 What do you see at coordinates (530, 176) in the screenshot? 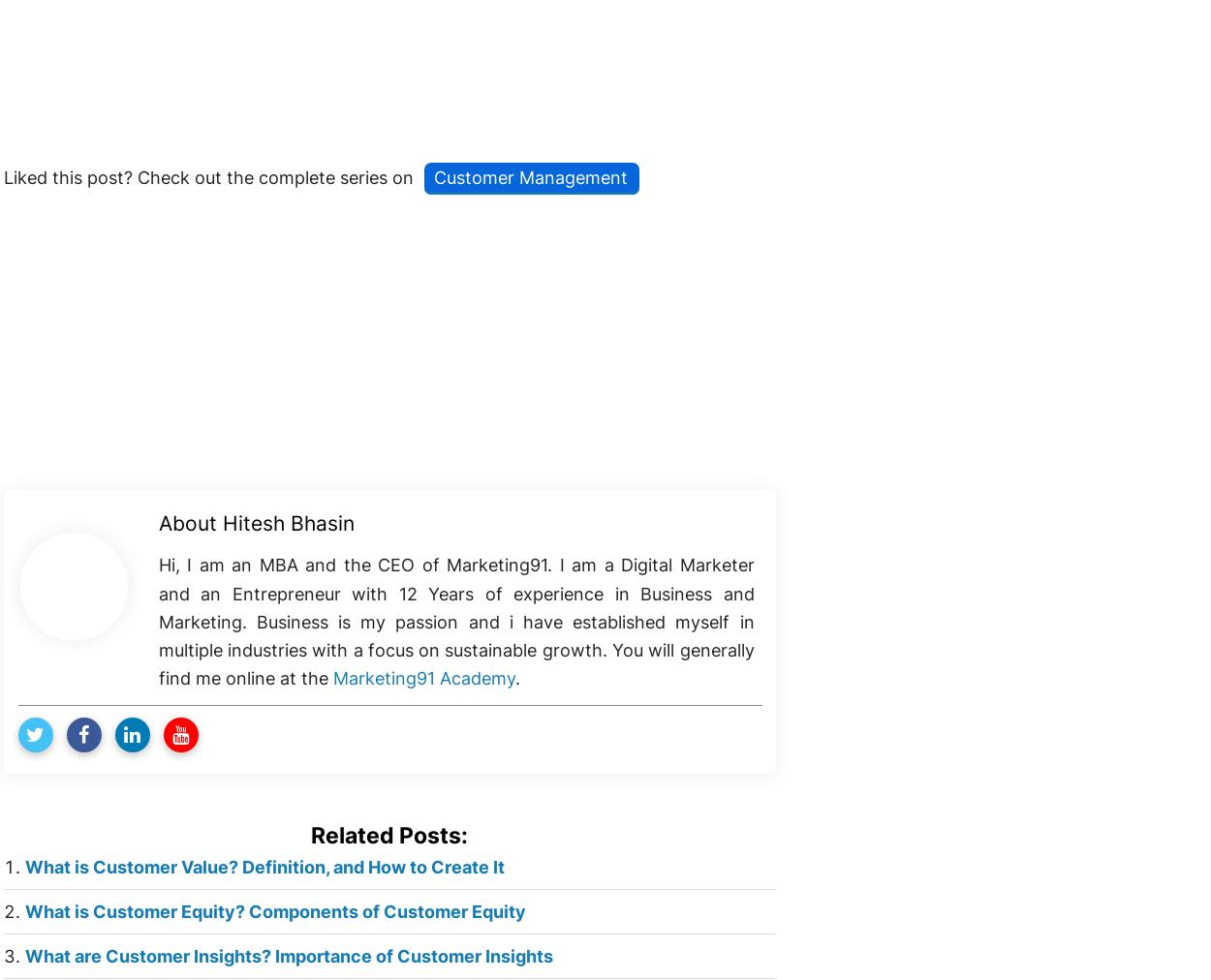
I see `'Customer Management'` at bounding box center [530, 176].